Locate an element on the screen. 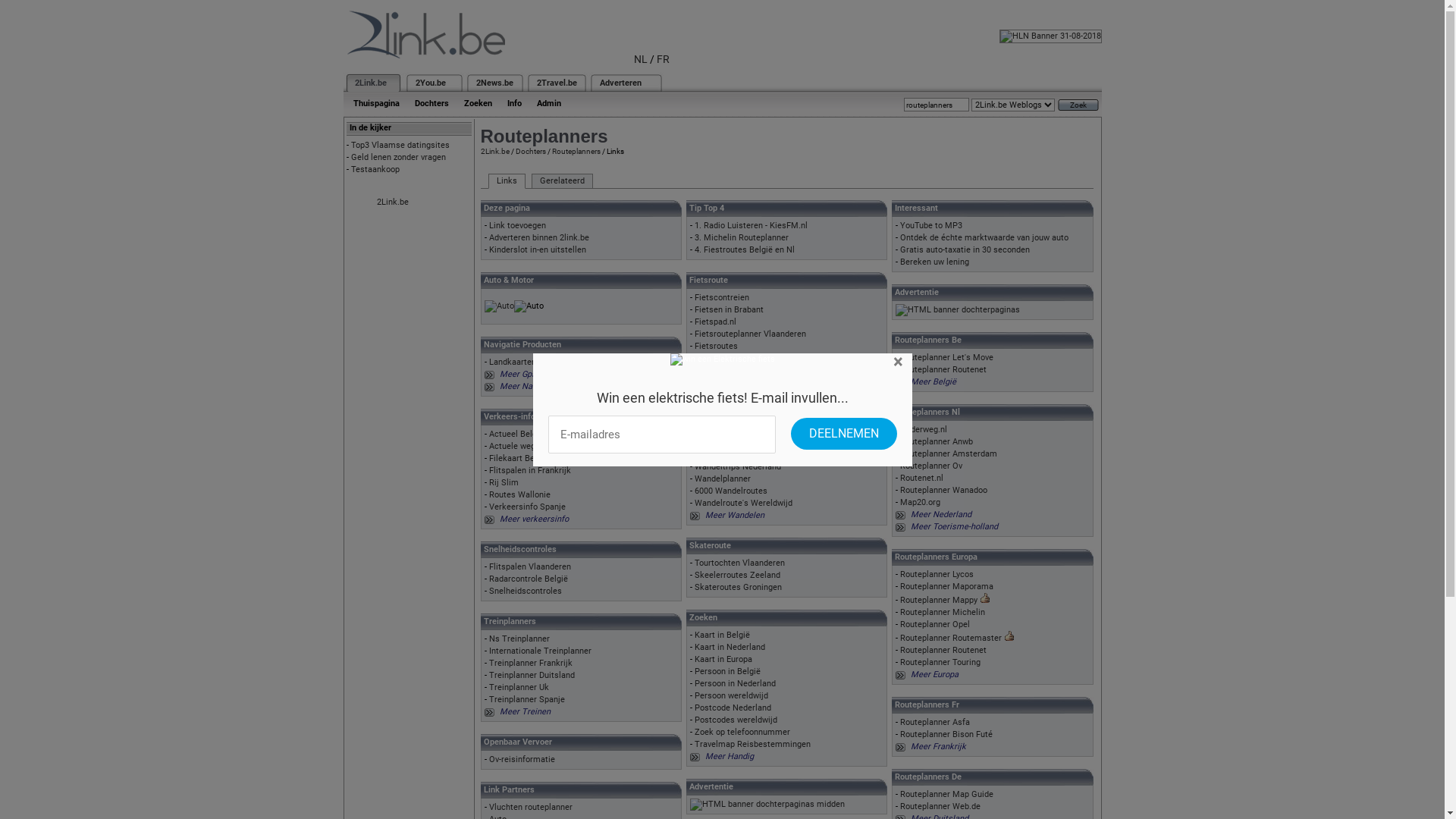 The image size is (1456, 819). 'Link toevoegen' is located at coordinates (516, 225).